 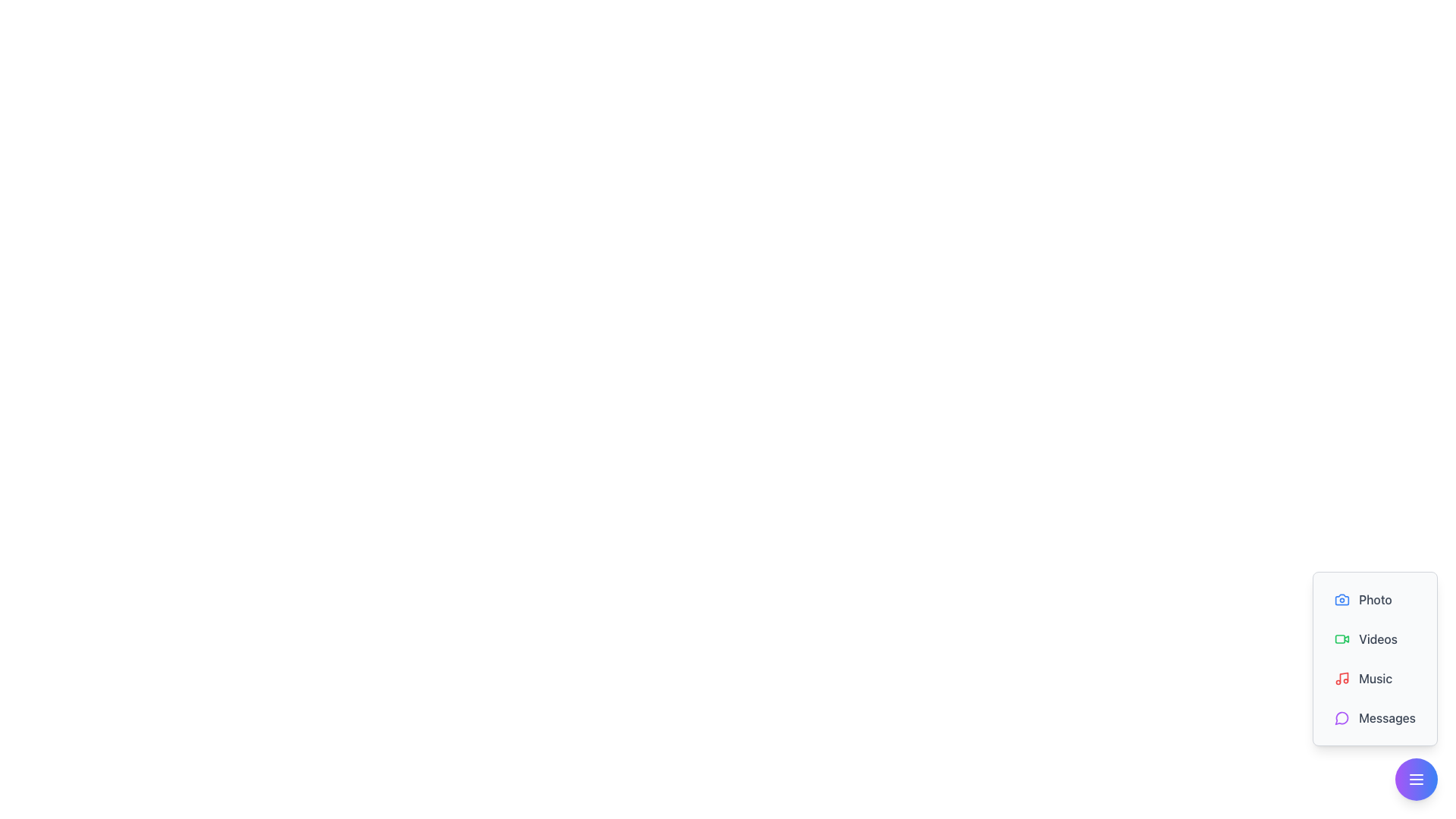 I want to click on the video-related icon located in the 'Videos' list item in the side menu, which is centered vertically with respect to the text label 'Videos.', so click(x=1342, y=639).